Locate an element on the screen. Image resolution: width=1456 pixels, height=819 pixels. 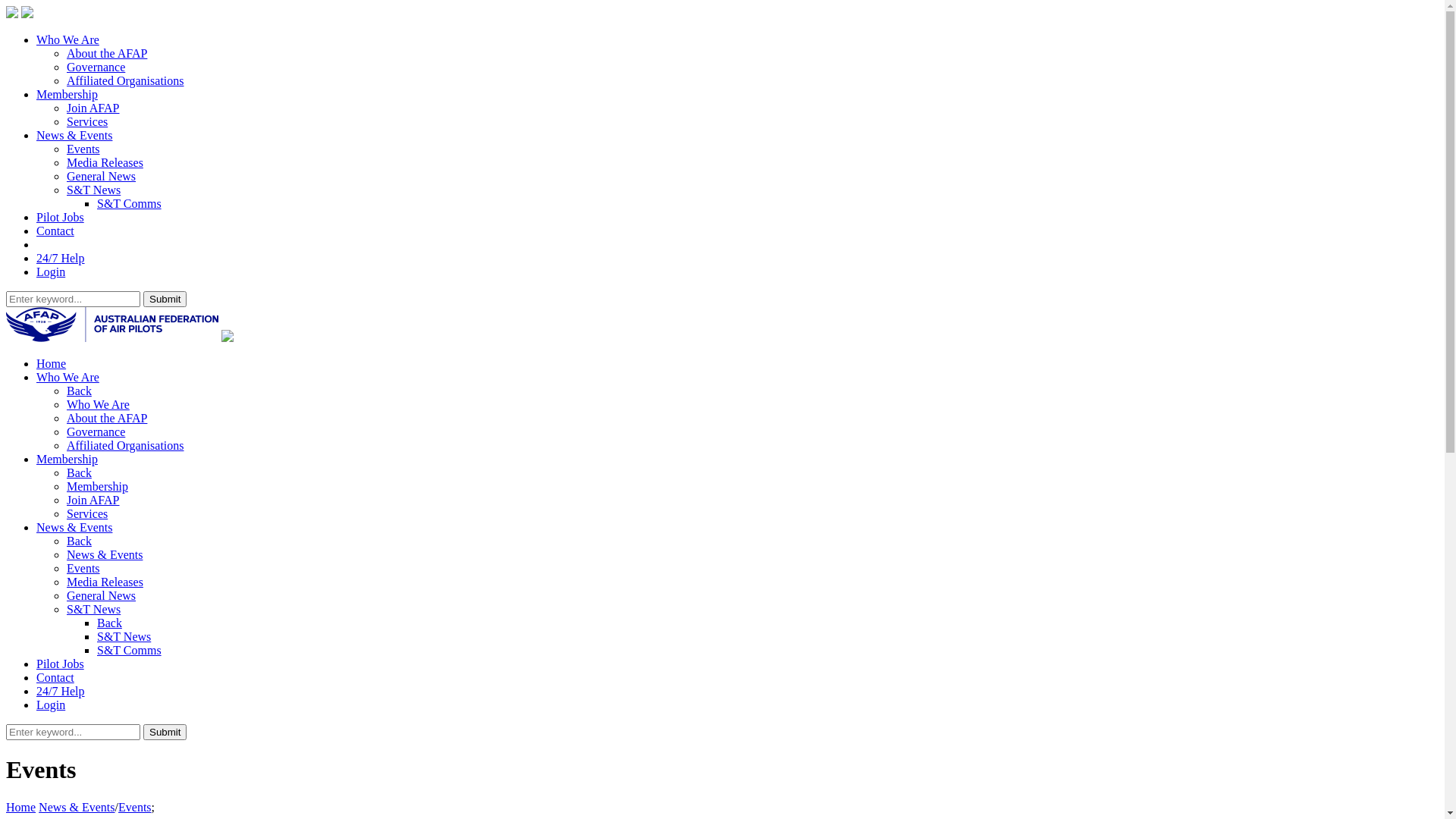
'Home' is located at coordinates (36, 363).